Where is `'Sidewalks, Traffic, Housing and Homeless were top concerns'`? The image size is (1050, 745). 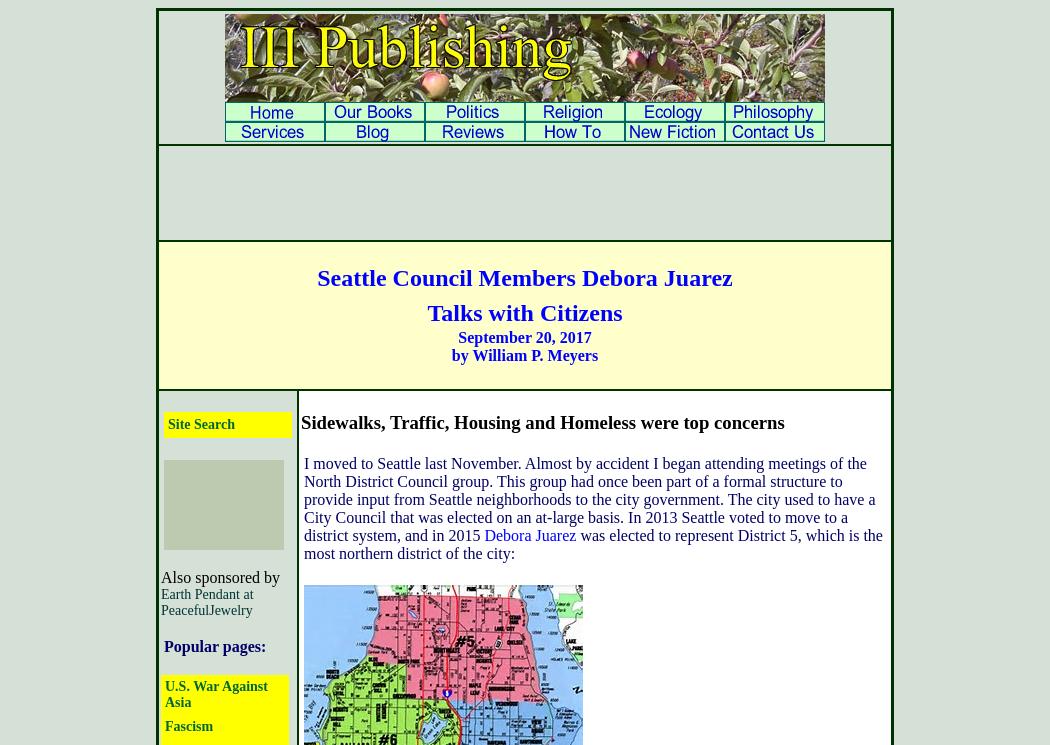
'Sidewalks, Traffic, Housing and Homeless were top concerns' is located at coordinates (301, 421).